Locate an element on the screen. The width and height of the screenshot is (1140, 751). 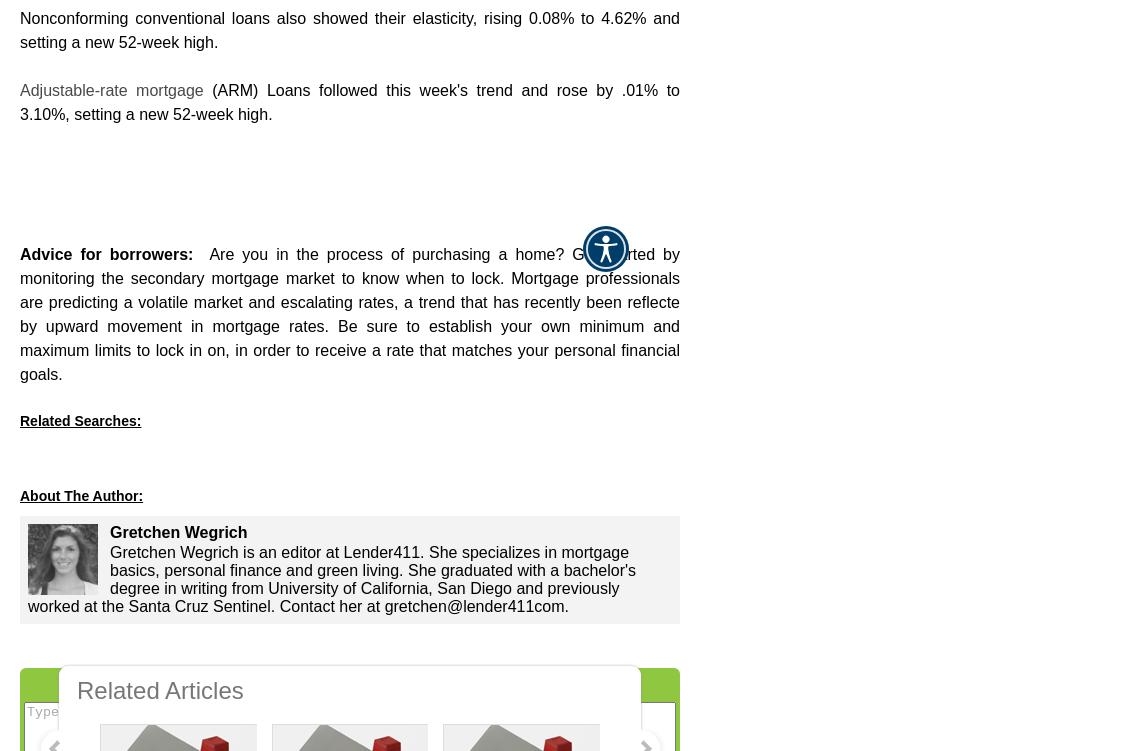
'Didn't find the answer you wanted? Ask one of your own.' is located at coordinates (349, 686).